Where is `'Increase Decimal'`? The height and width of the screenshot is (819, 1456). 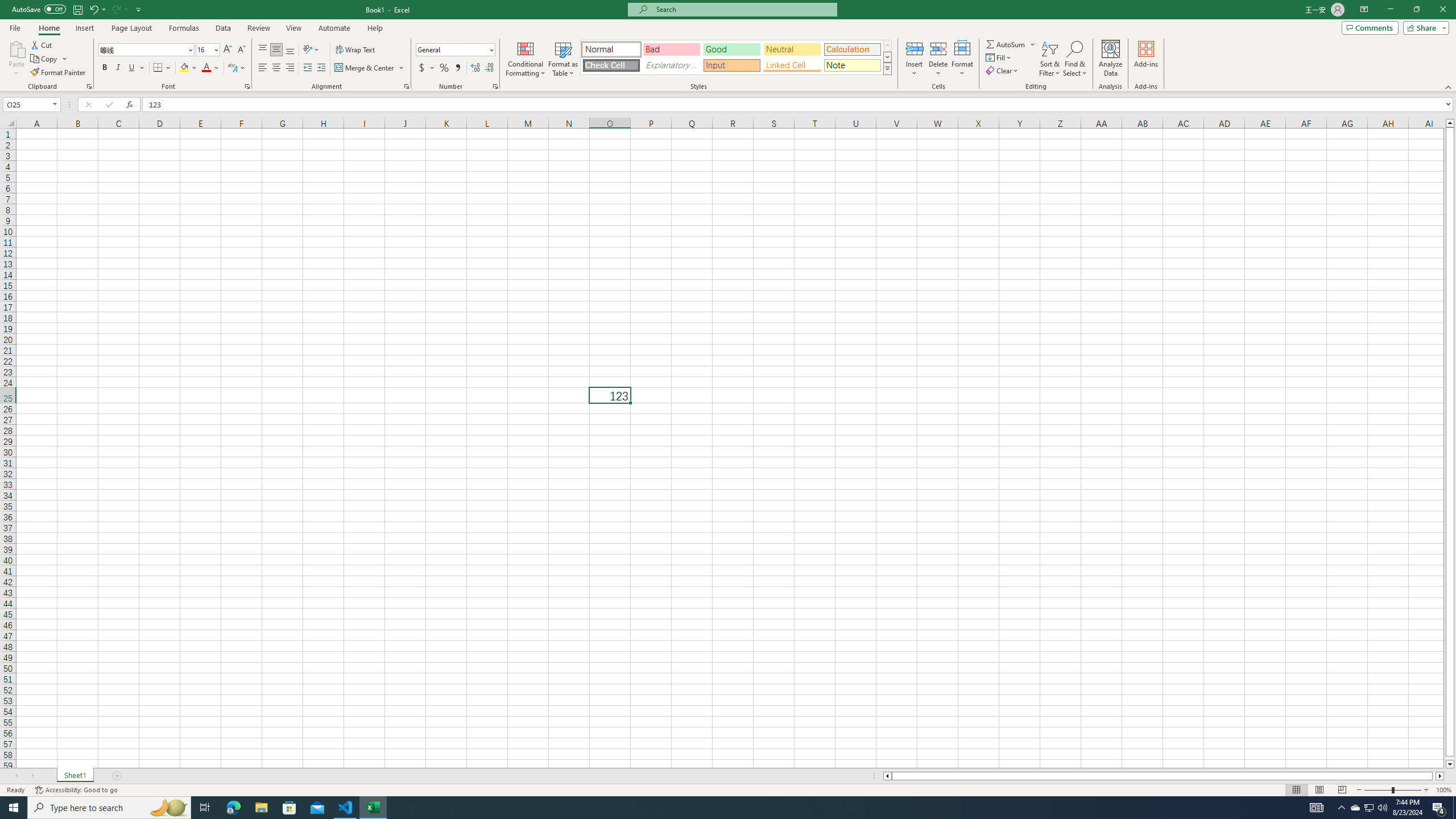
'Increase Decimal' is located at coordinates (475, 67).